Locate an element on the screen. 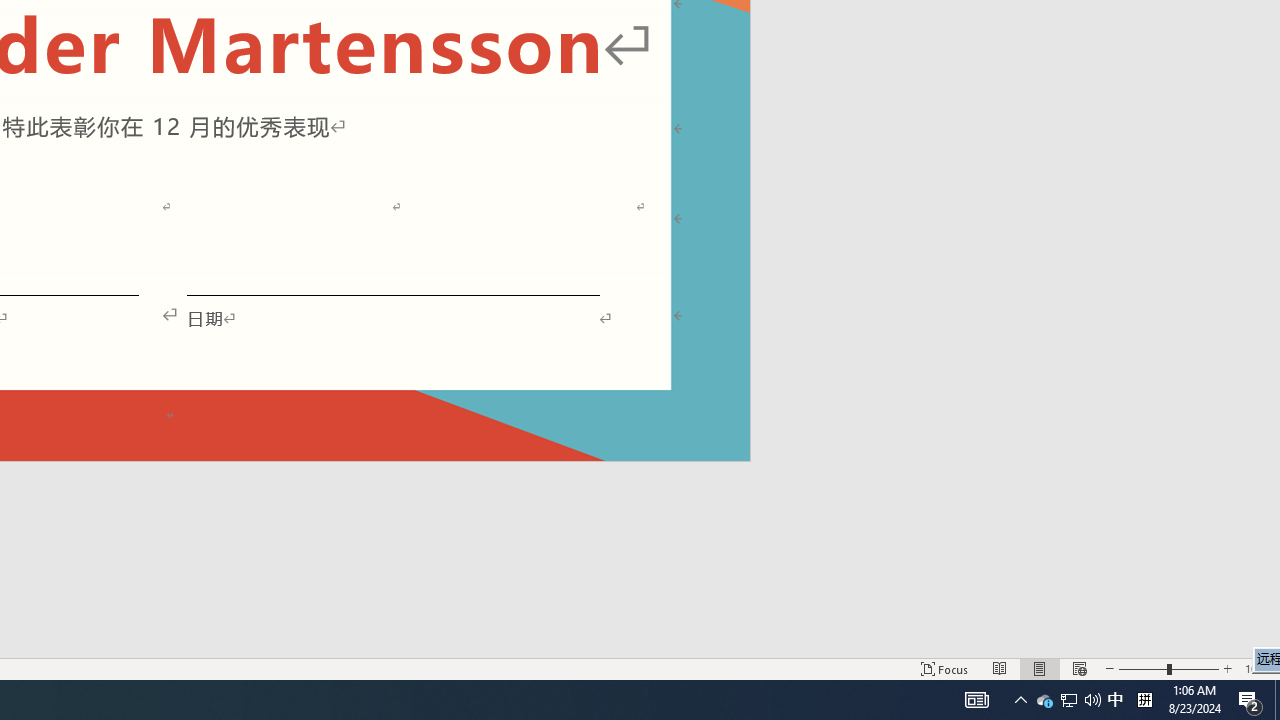 The height and width of the screenshot is (720, 1280). 'Print Layout' is located at coordinates (1040, 669).